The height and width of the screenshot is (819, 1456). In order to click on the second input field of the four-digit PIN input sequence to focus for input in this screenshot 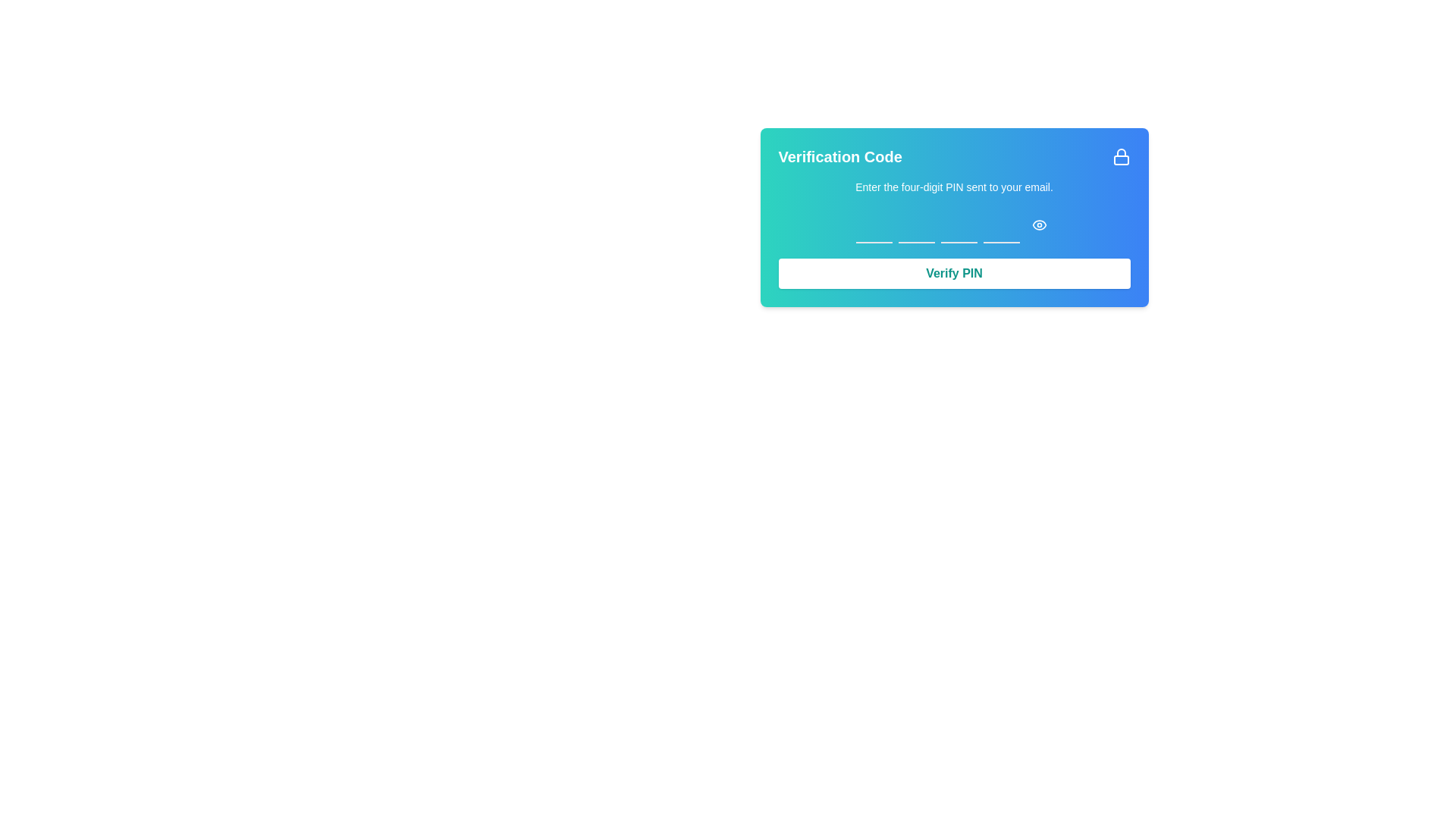, I will do `click(915, 225)`.